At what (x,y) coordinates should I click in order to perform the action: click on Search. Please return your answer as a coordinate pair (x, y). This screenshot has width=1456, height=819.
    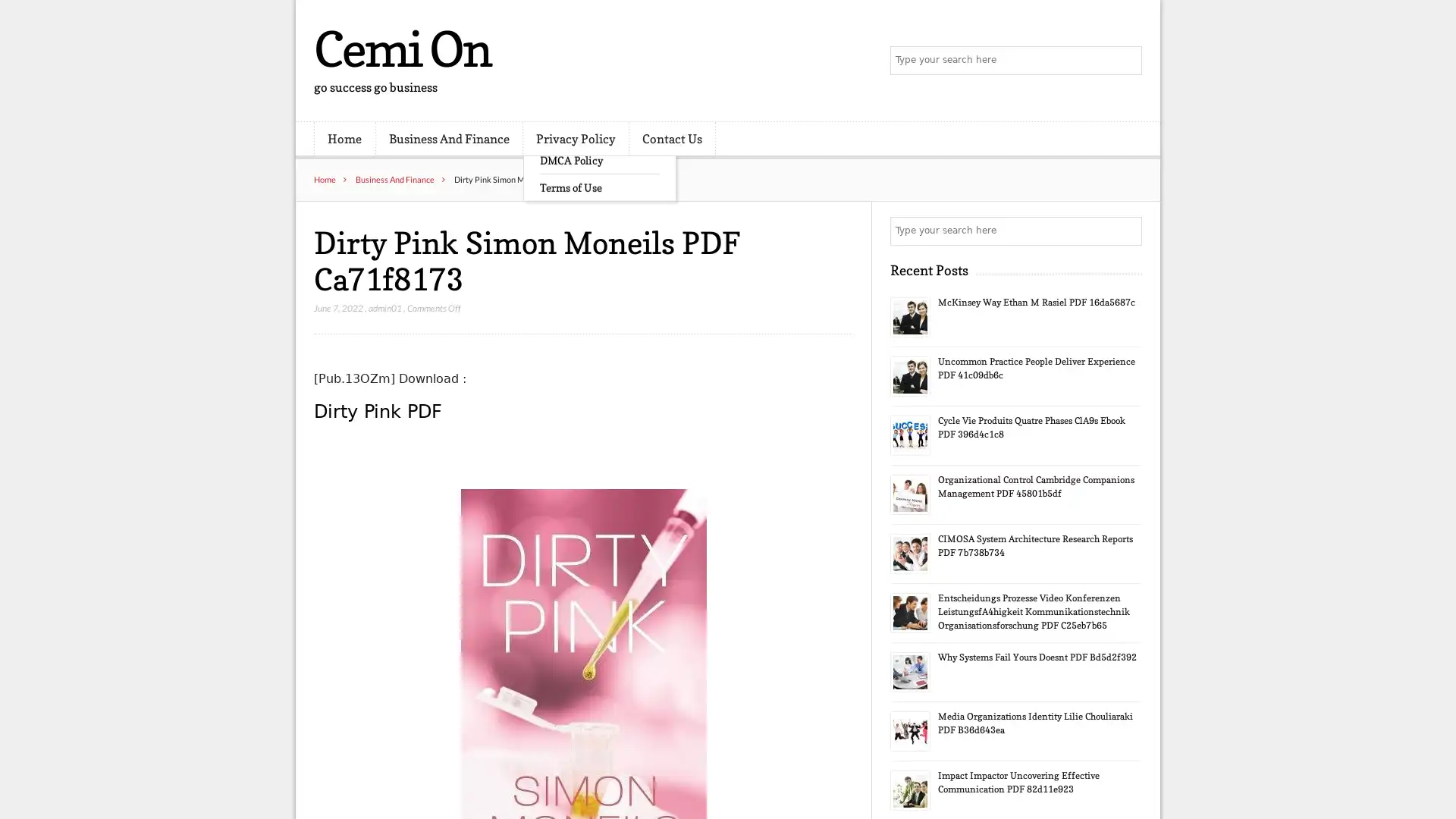
    Looking at the image, I should click on (1126, 231).